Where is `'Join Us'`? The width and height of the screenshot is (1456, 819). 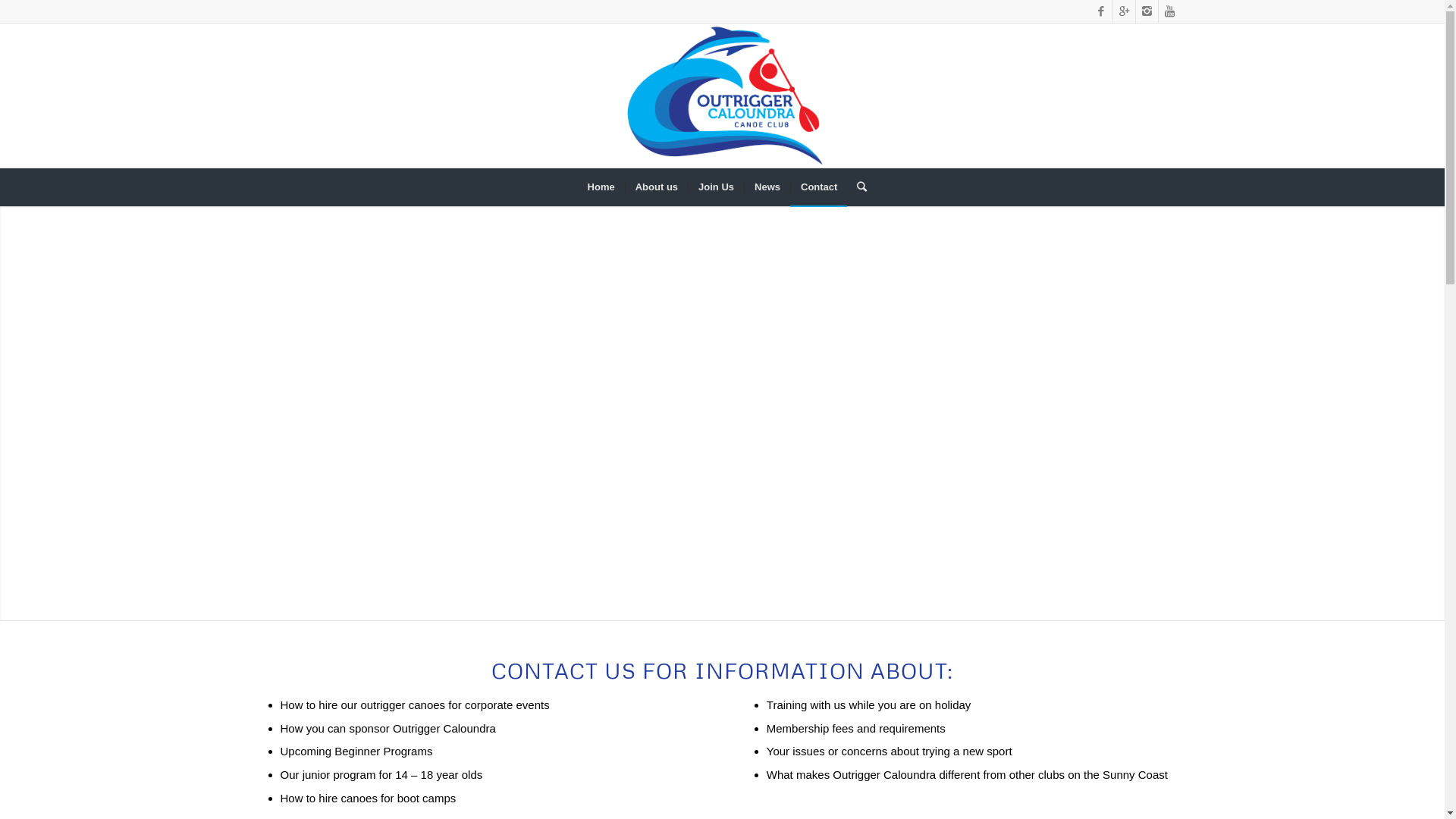
'Join Us' is located at coordinates (715, 186).